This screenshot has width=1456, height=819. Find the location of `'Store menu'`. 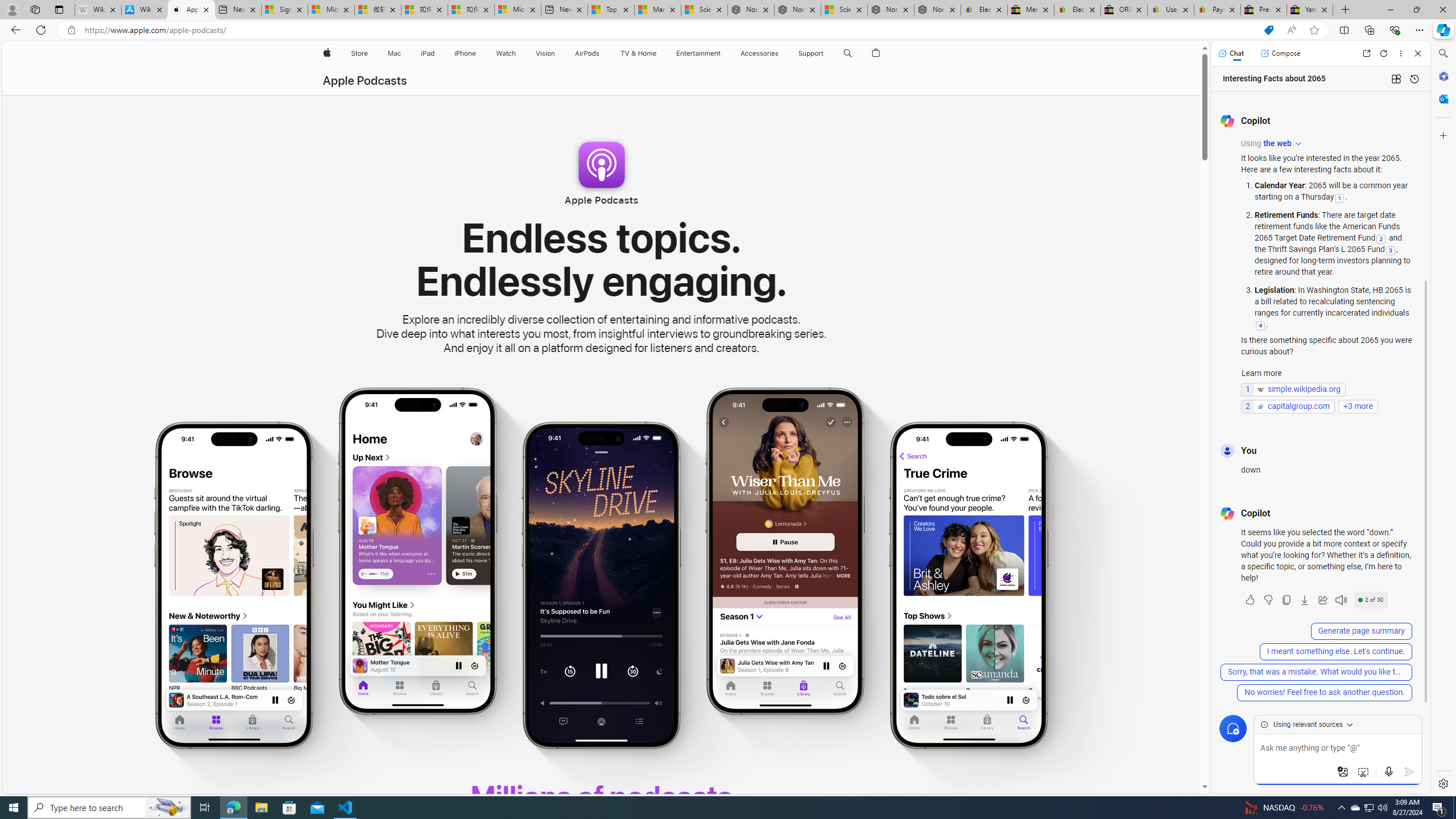

'Store menu' is located at coordinates (370, 53).